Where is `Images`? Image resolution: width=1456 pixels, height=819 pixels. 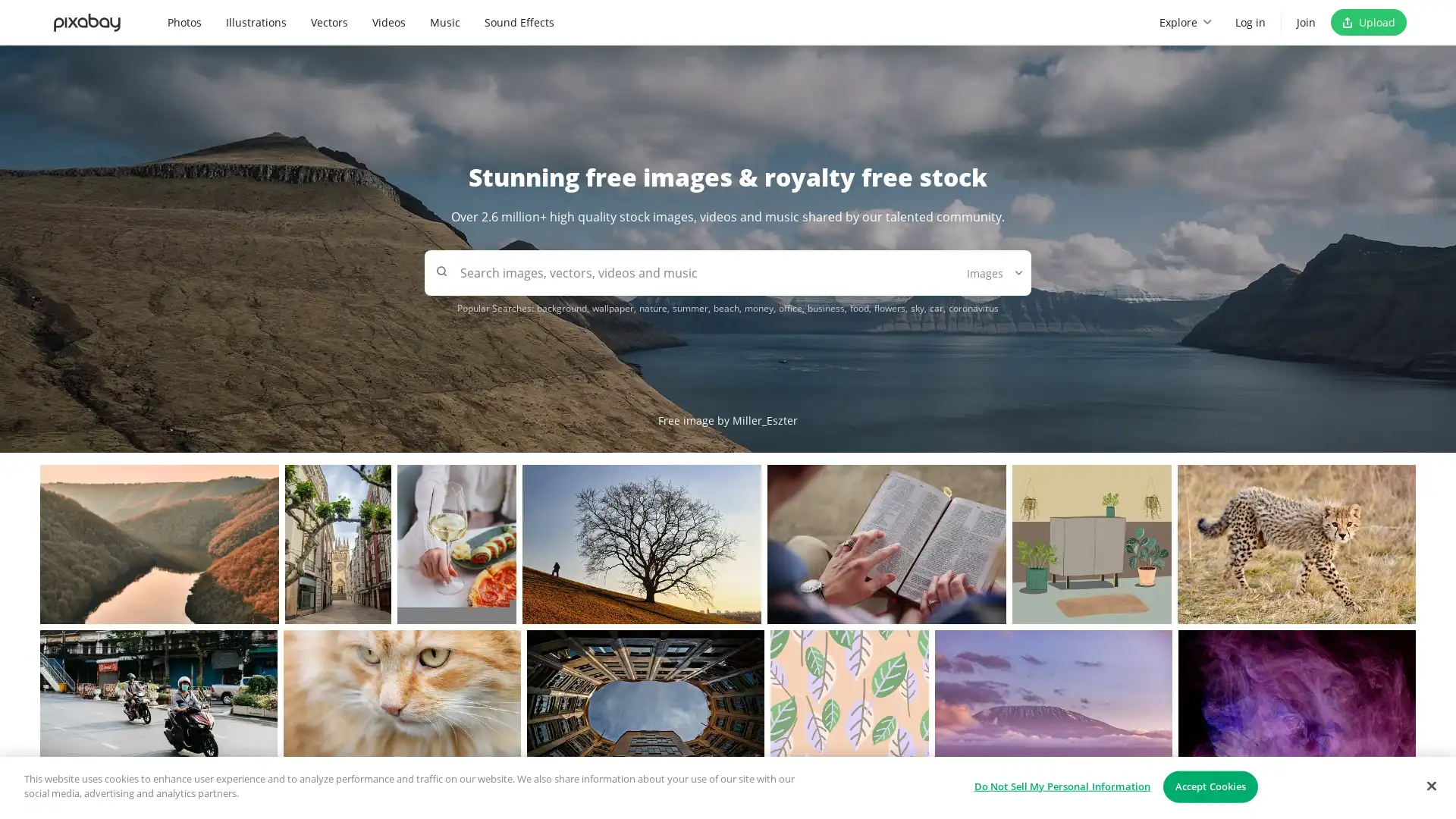 Images is located at coordinates (994, 271).